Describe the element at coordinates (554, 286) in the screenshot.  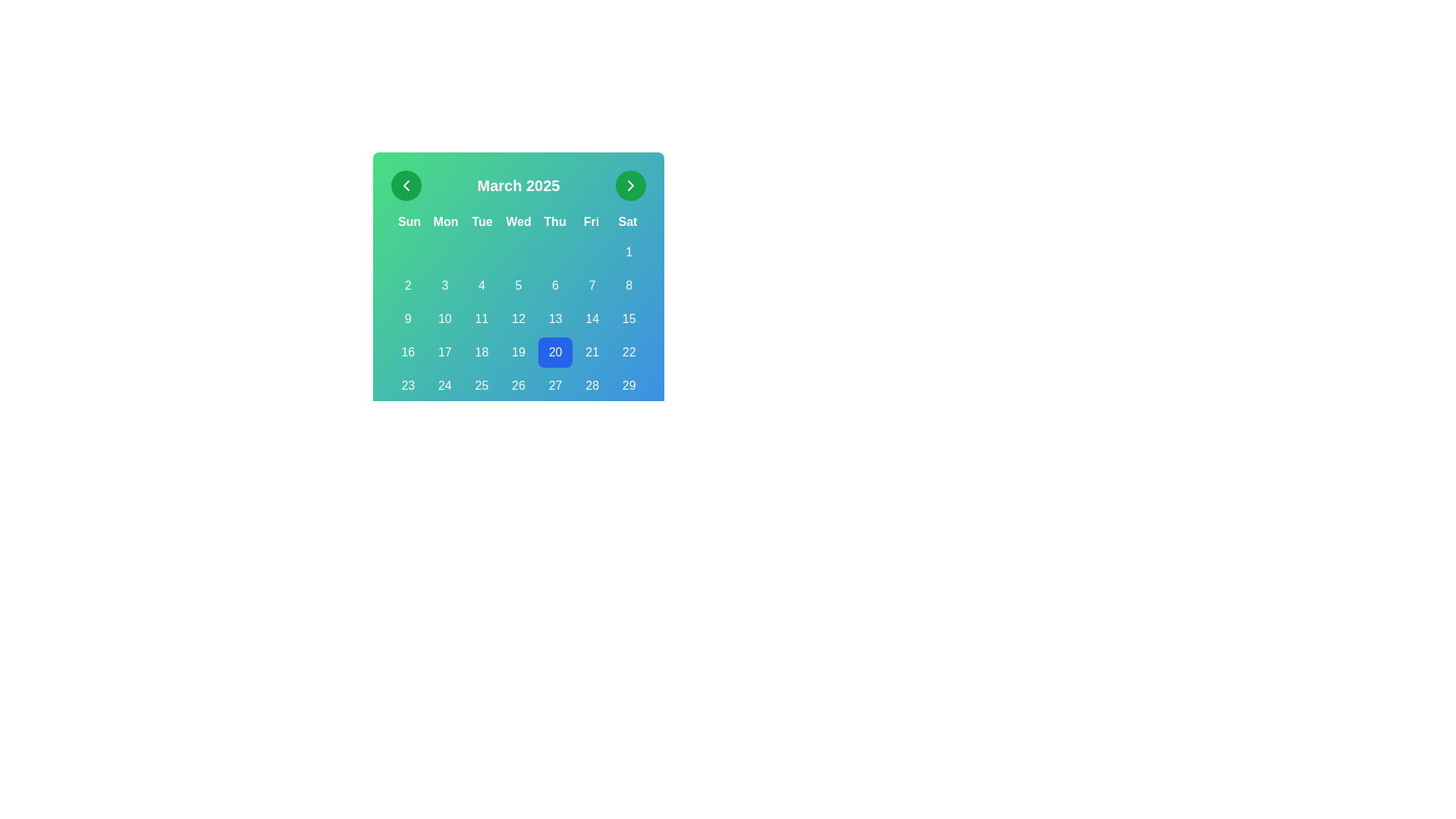
I see `the button representing the date '6' in the March 2025 calendar to activate its hover effect` at that location.